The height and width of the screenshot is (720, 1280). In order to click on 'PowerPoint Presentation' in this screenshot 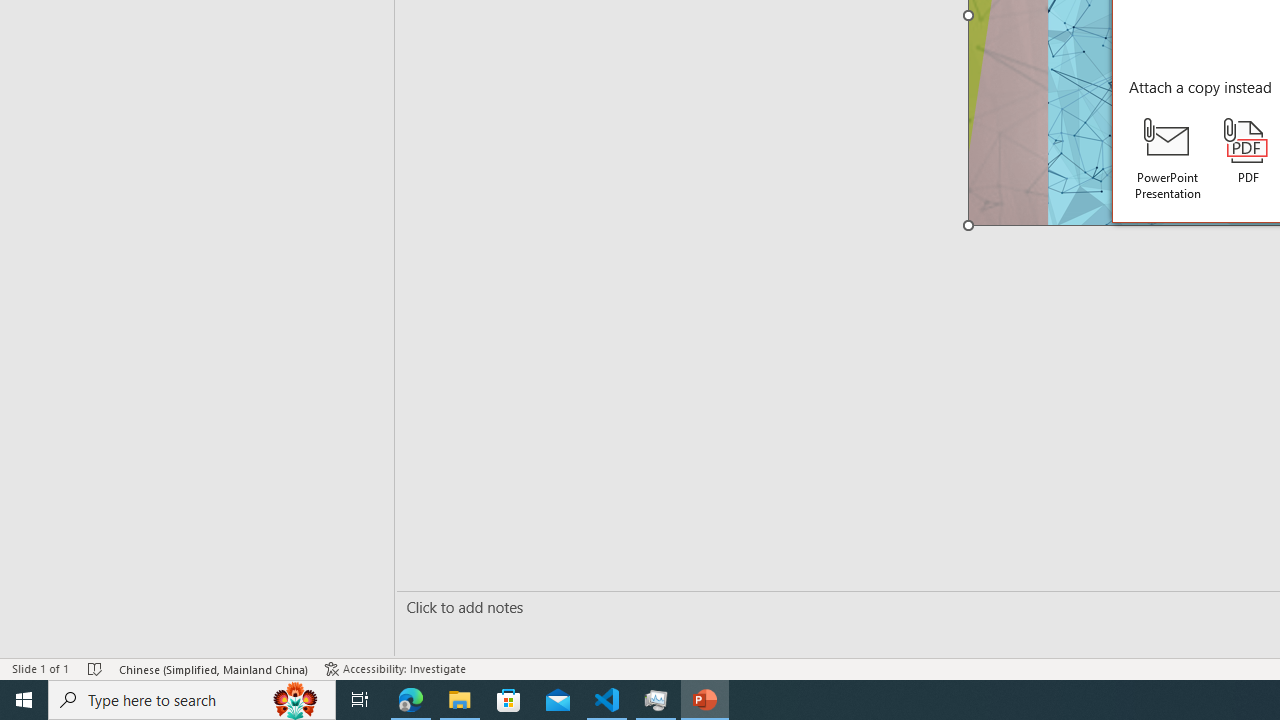, I will do `click(1168, 158)`.